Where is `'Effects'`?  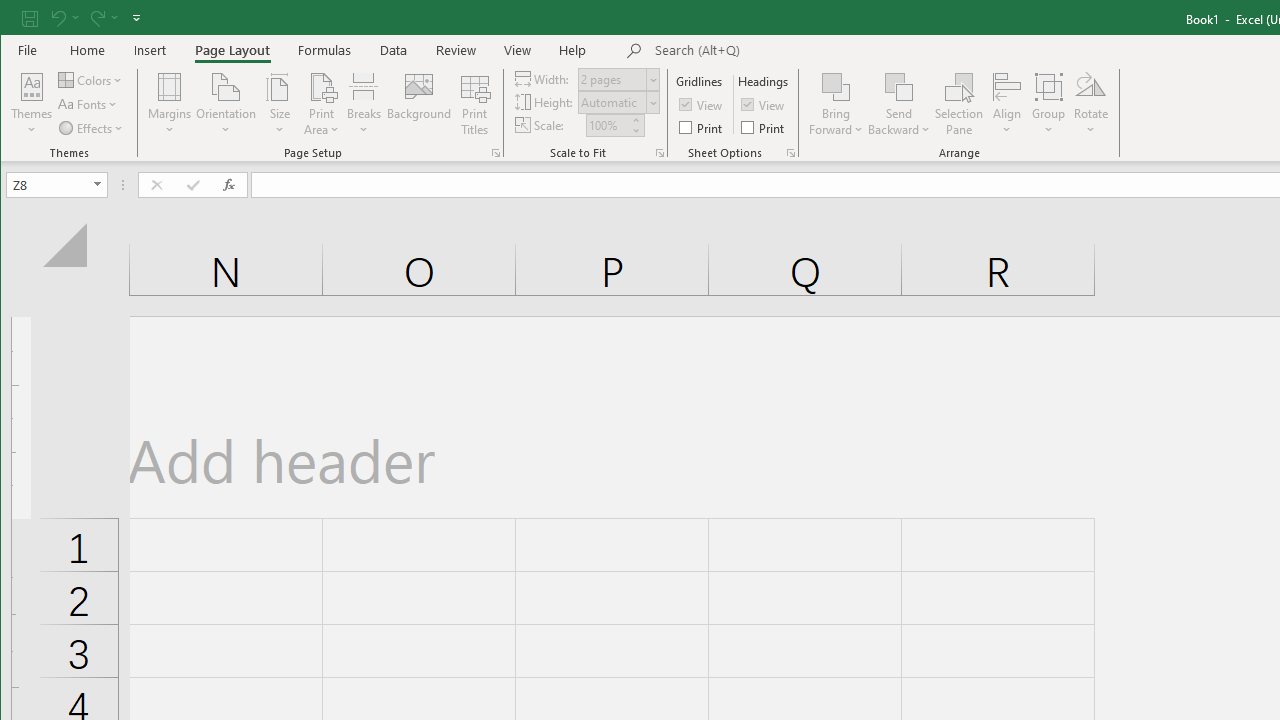
'Effects' is located at coordinates (91, 128).